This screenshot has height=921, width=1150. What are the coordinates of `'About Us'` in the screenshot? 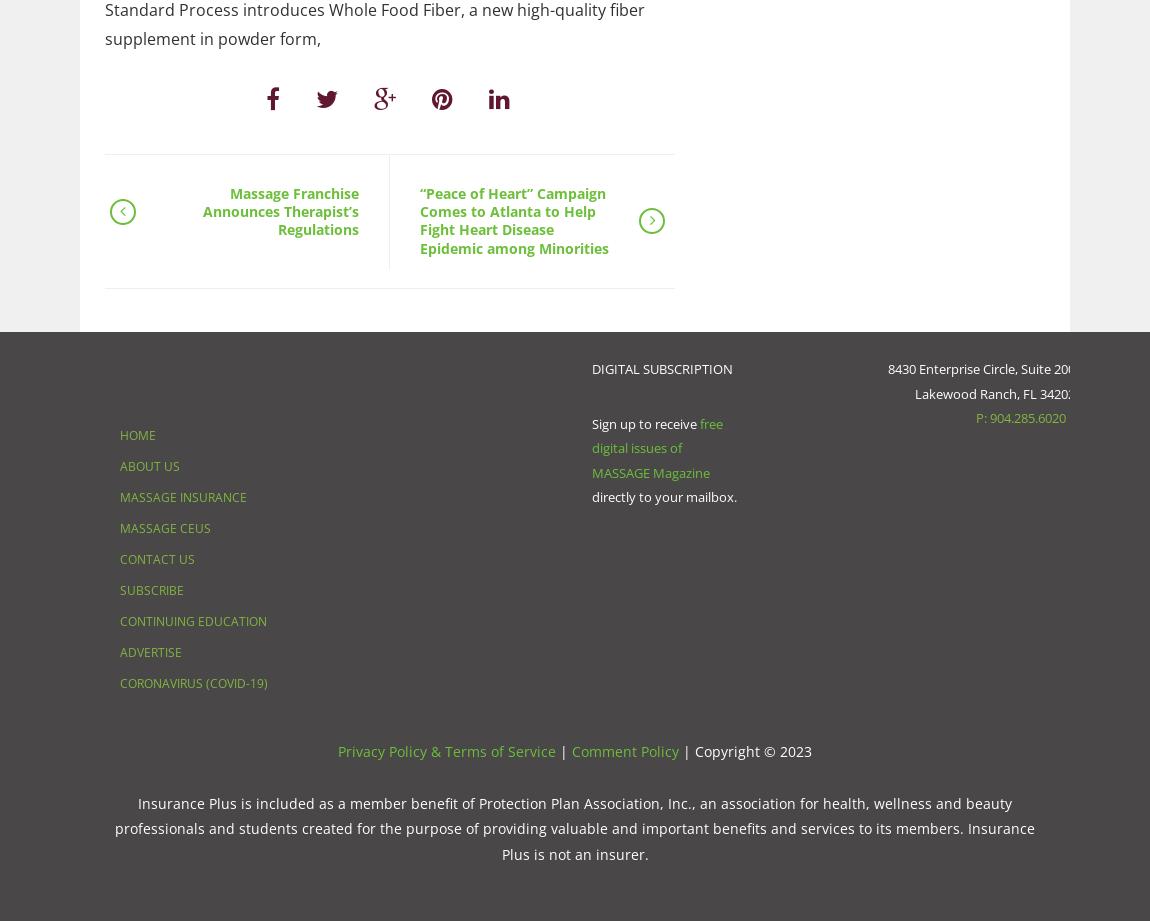 It's located at (148, 464).